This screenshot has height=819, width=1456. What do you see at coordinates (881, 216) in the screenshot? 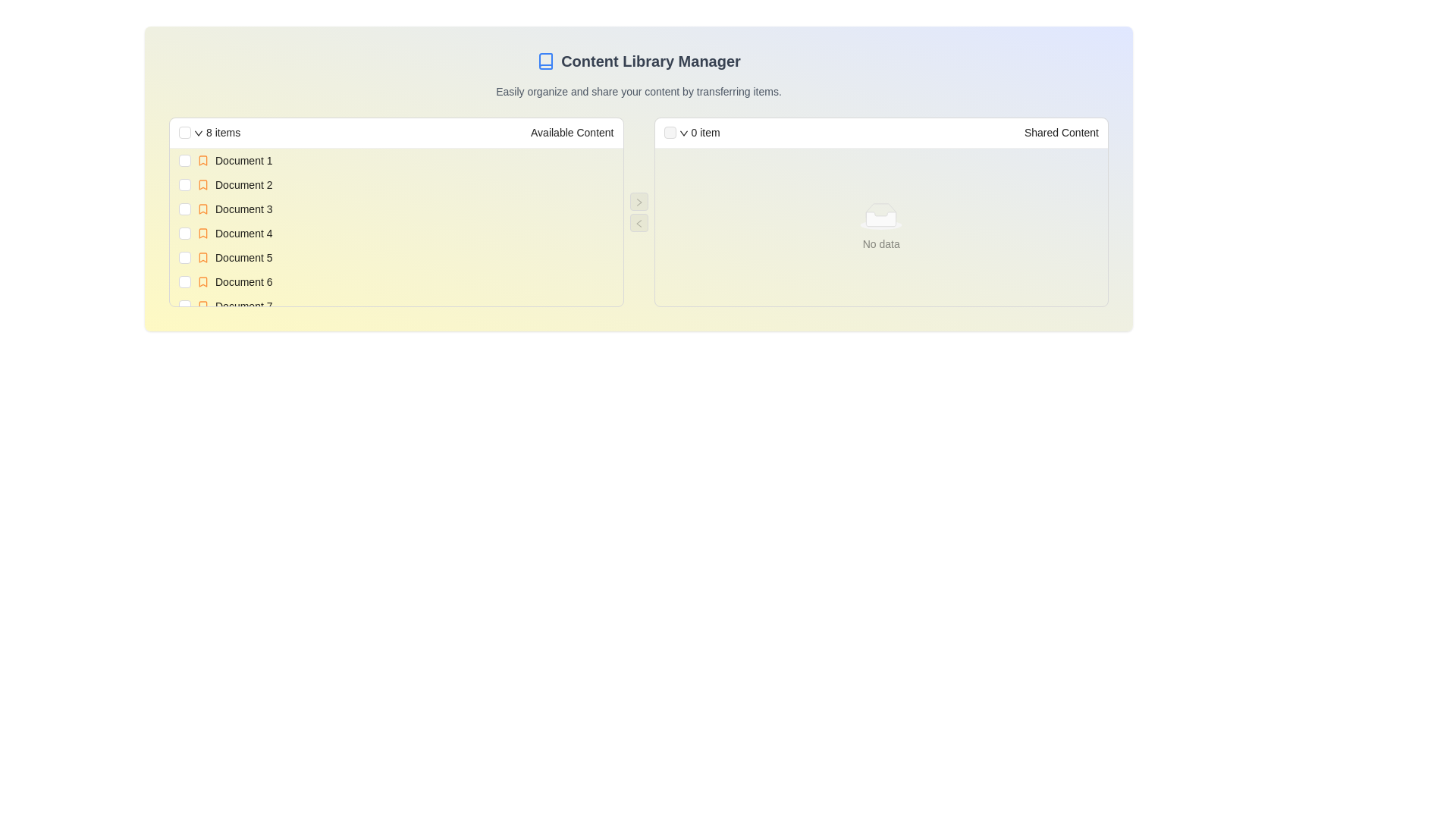
I see `textual information displayed in the empty state indicator labeled 'No data', which is located in the center of the 'Shared Content' section` at bounding box center [881, 216].